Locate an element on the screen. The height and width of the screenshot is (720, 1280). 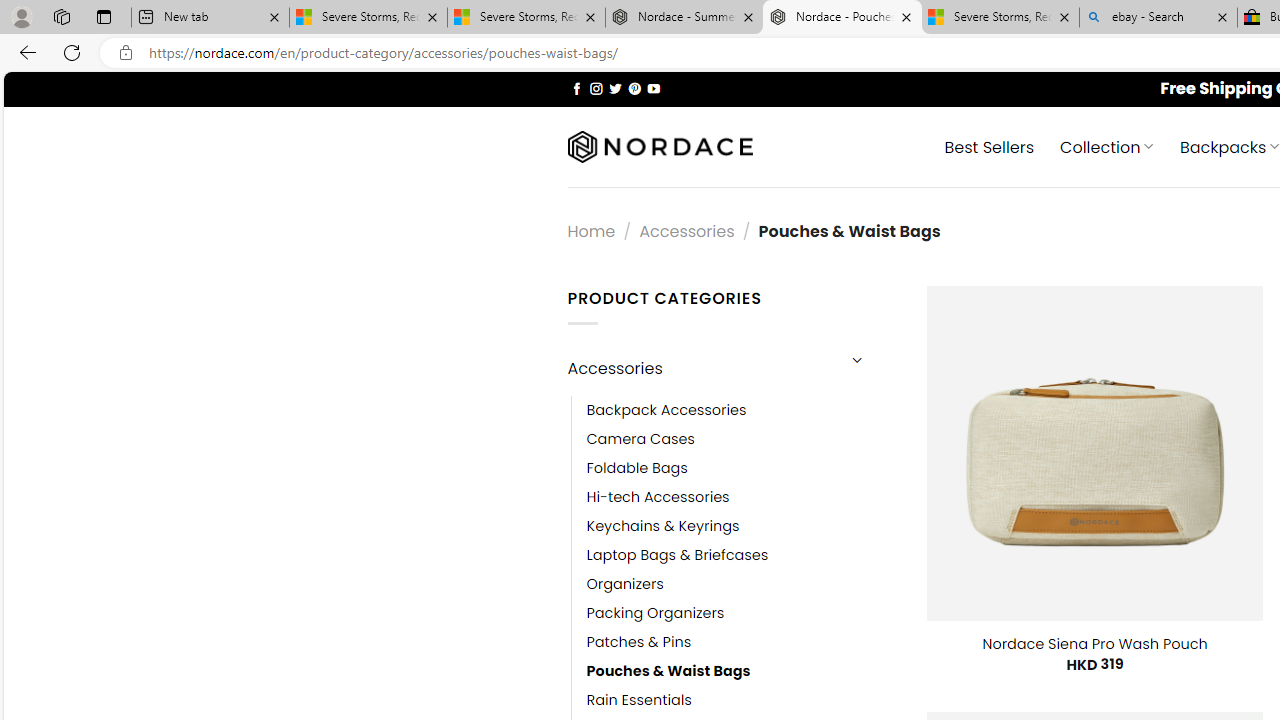
'Pouches & Waist Bags' is located at coordinates (668, 671).